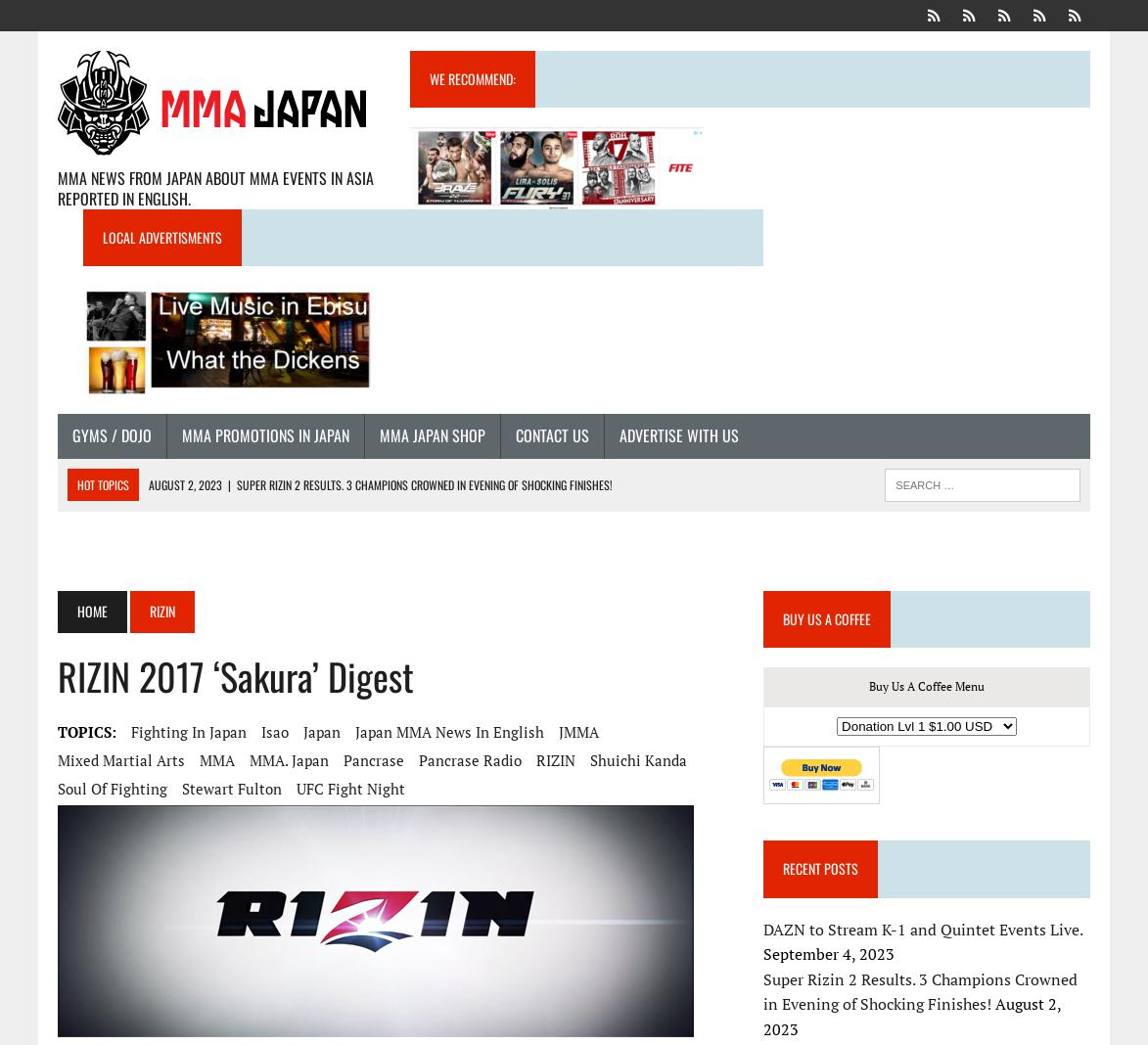  I want to click on 'UFC Fight Night', so click(348, 786).